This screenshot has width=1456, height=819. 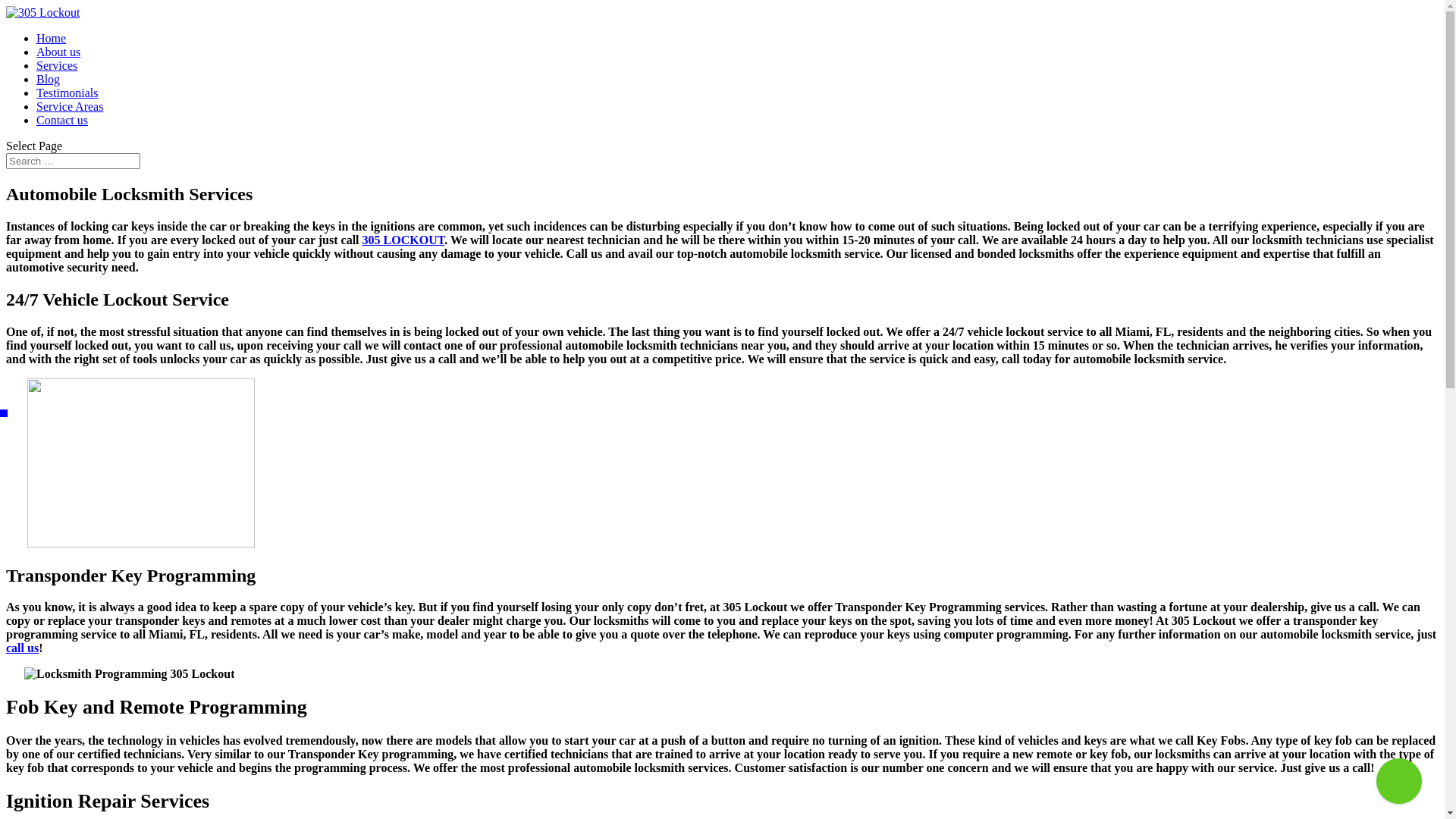 What do you see at coordinates (51, 37) in the screenshot?
I see `'Home'` at bounding box center [51, 37].